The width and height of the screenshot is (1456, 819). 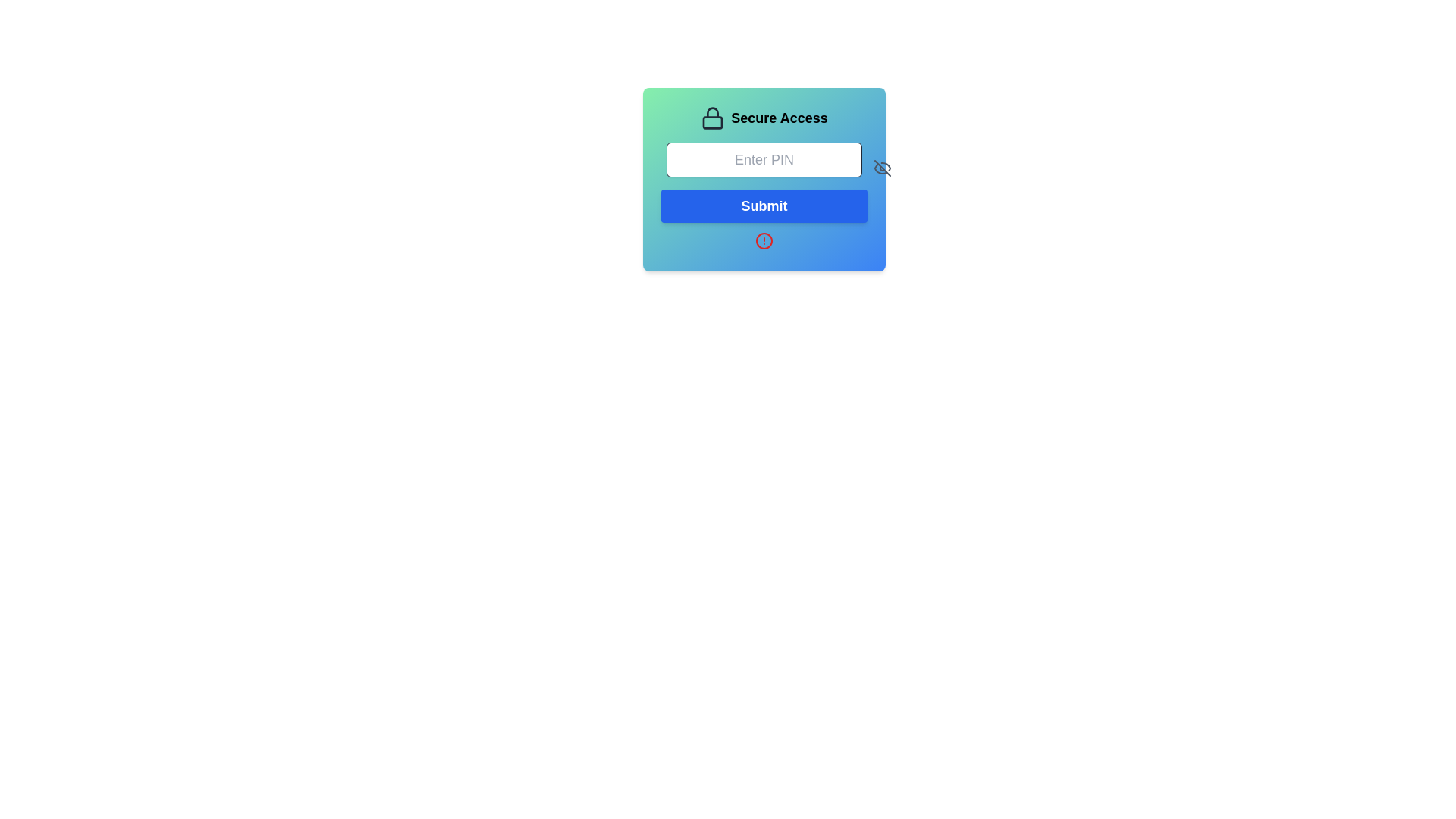 I want to click on the decorative UI component resembling the body of a lock, which is the rectangular shape with rounded corners located below the arched top of the lock icon, so click(x=712, y=122).